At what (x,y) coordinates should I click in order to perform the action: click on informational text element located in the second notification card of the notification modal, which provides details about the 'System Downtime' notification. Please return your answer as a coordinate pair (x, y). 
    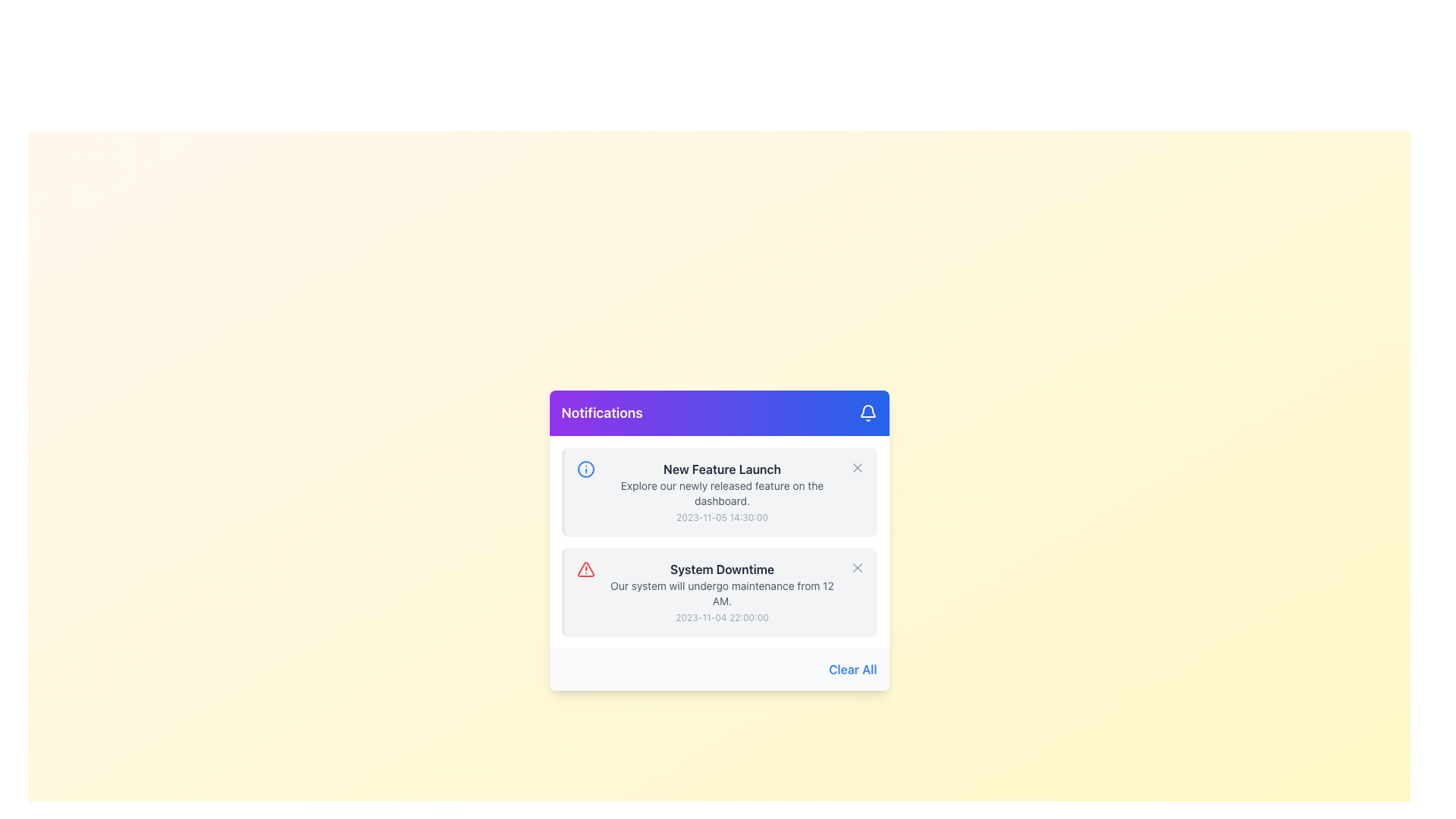
    Looking at the image, I should click on (721, 593).